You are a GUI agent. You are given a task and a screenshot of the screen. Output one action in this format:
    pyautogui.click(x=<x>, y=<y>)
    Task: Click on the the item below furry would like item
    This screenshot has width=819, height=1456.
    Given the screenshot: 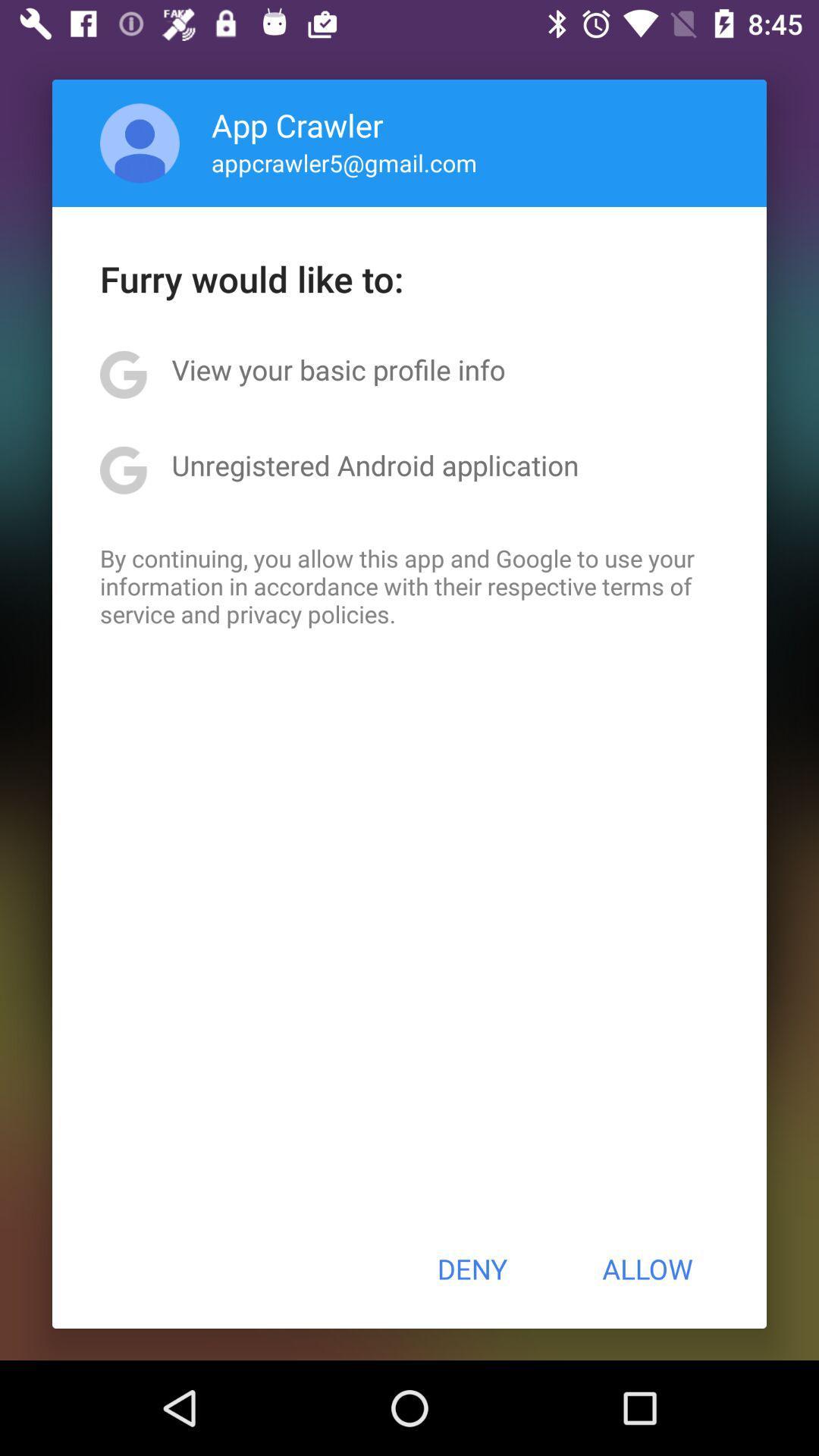 What is the action you would take?
    pyautogui.click(x=337, y=369)
    